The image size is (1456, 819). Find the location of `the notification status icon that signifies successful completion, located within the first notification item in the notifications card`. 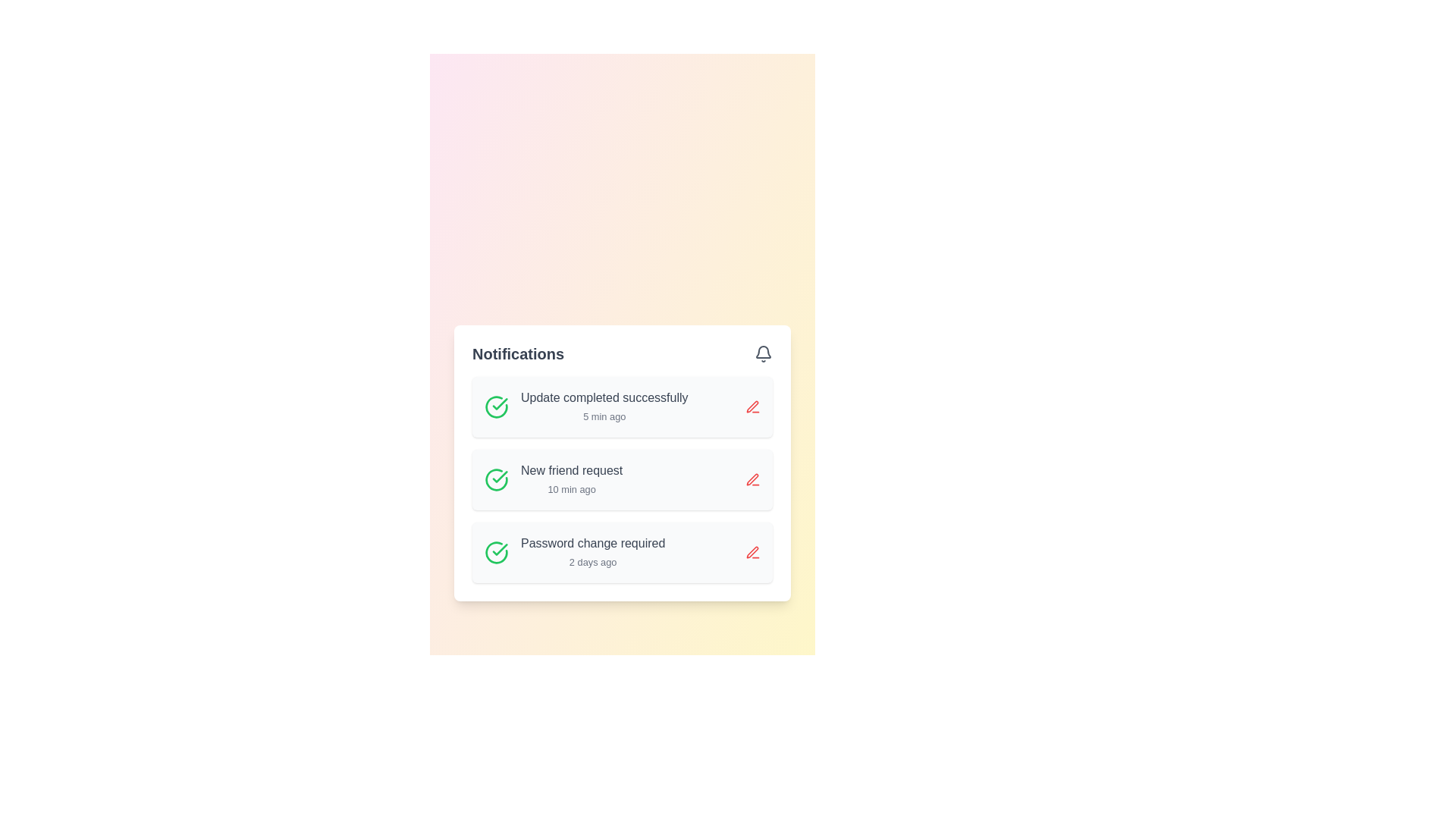

the notification status icon that signifies successful completion, located within the first notification item in the notifications card is located at coordinates (500, 475).